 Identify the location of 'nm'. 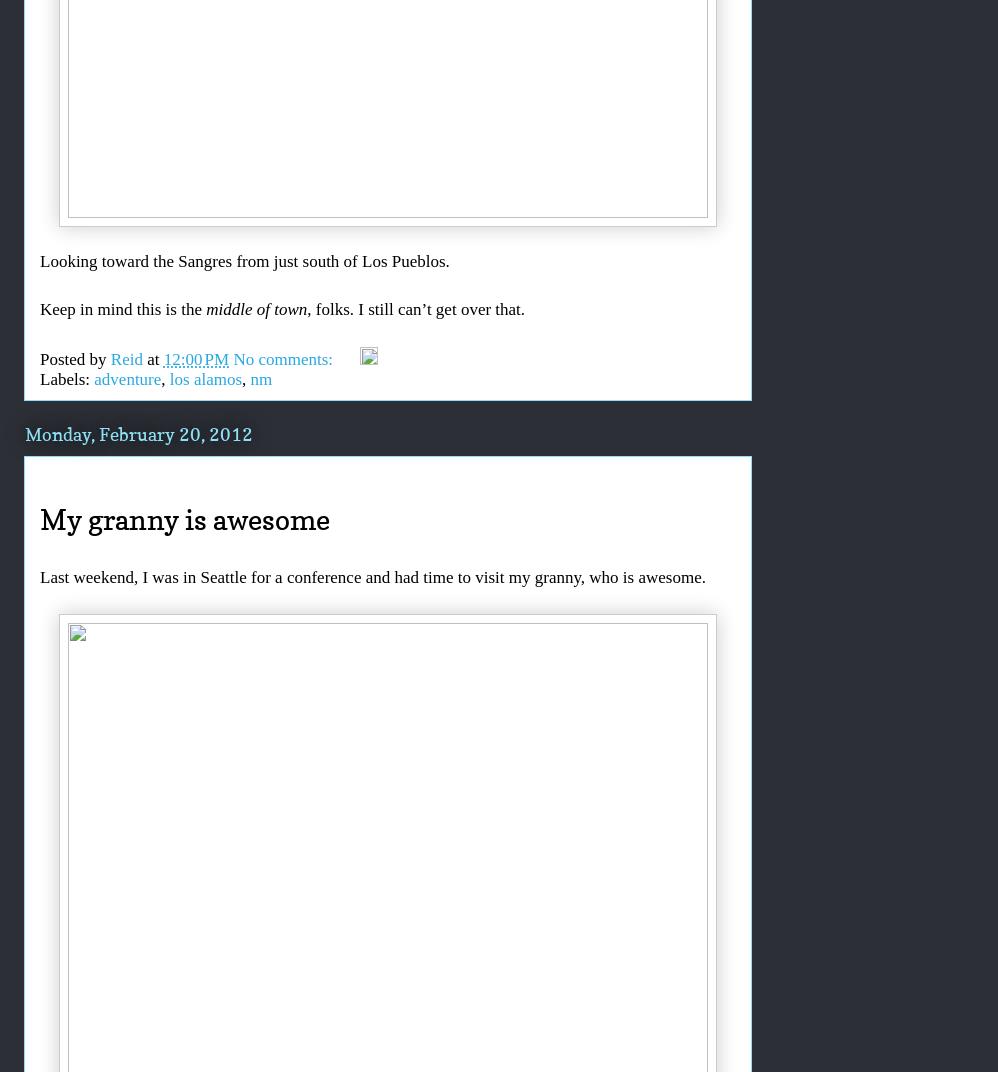
(259, 379).